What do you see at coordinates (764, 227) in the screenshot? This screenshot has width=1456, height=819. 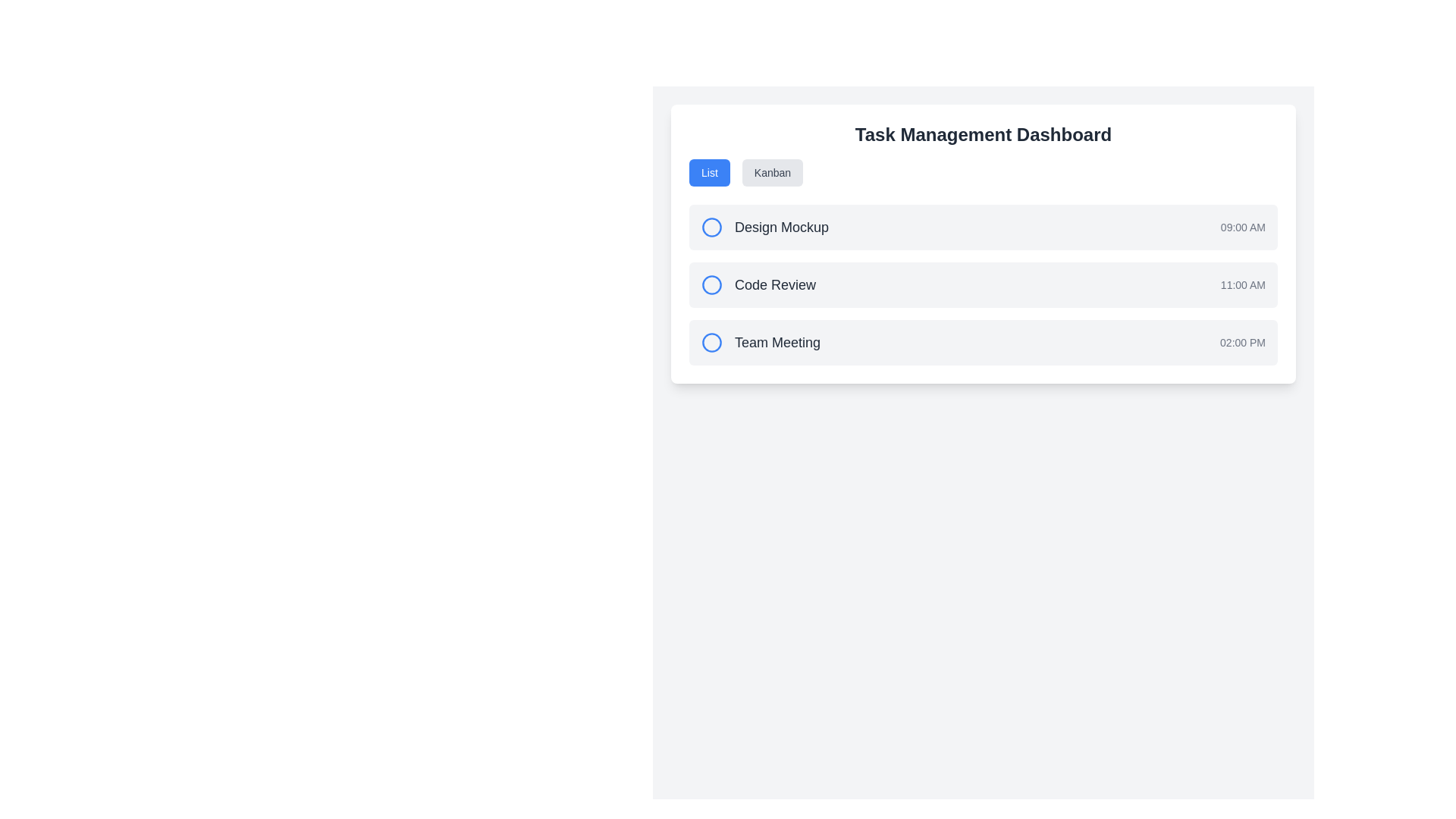 I see `informational label text located in the first item of a vertical list layout, positioned to the left of the time indicator '09:00 AM'` at bounding box center [764, 227].